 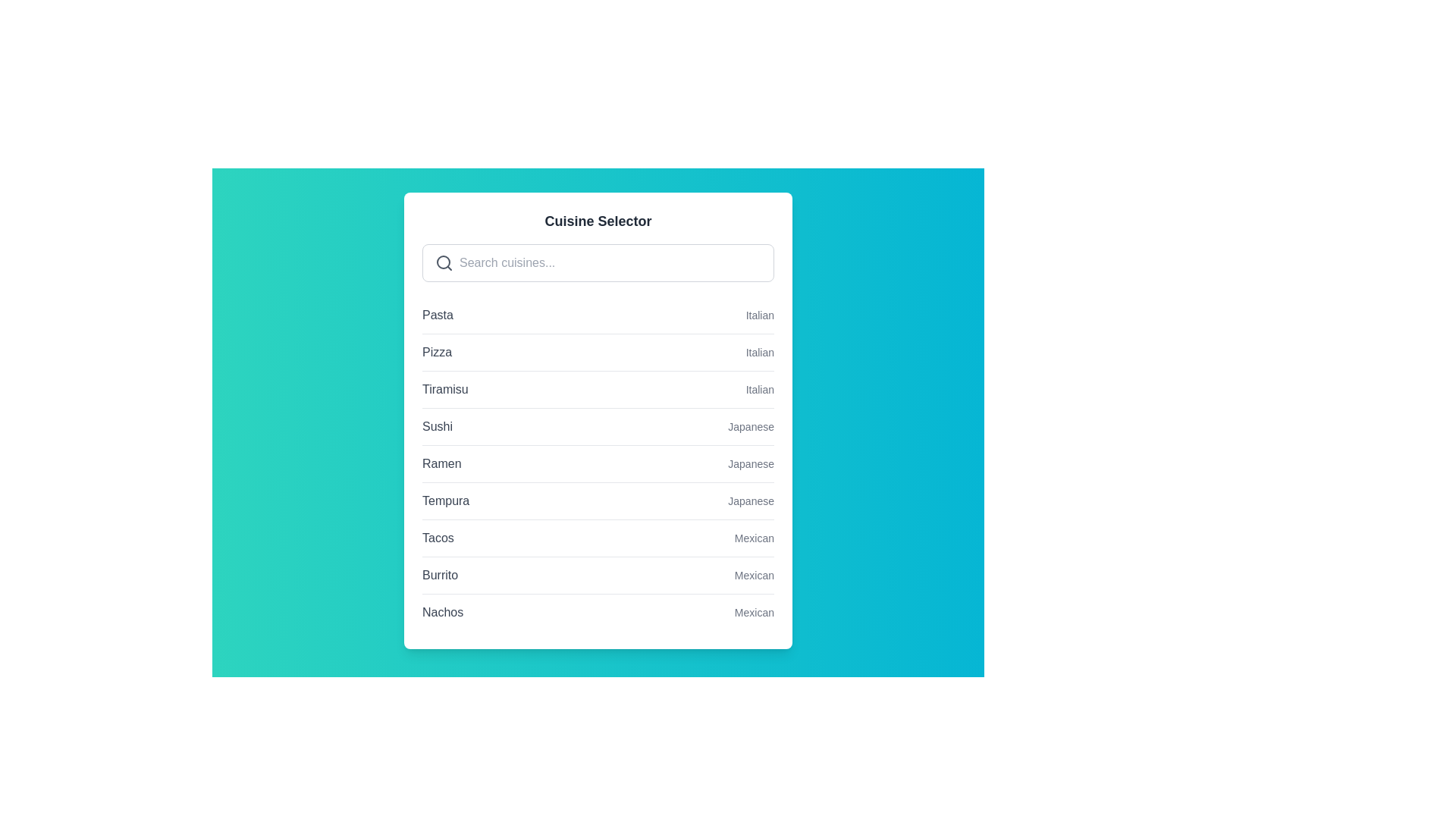 I want to click on text label displaying 'Italian' which is aligned to the right of the title 'Tiramisu' in a minimalist gray font, so click(x=760, y=388).